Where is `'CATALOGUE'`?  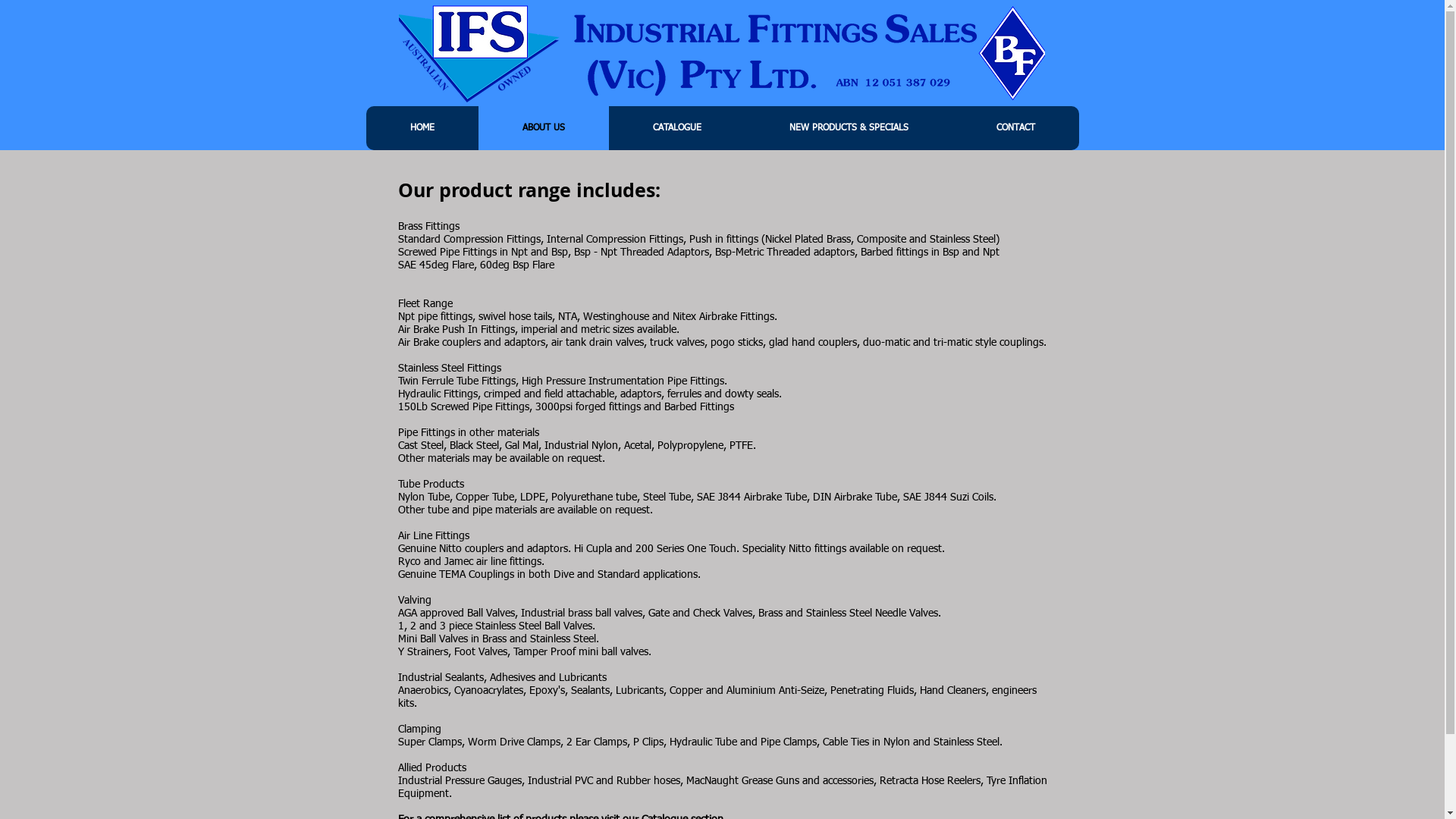
'CATALOGUE' is located at coordinates (676, 127).